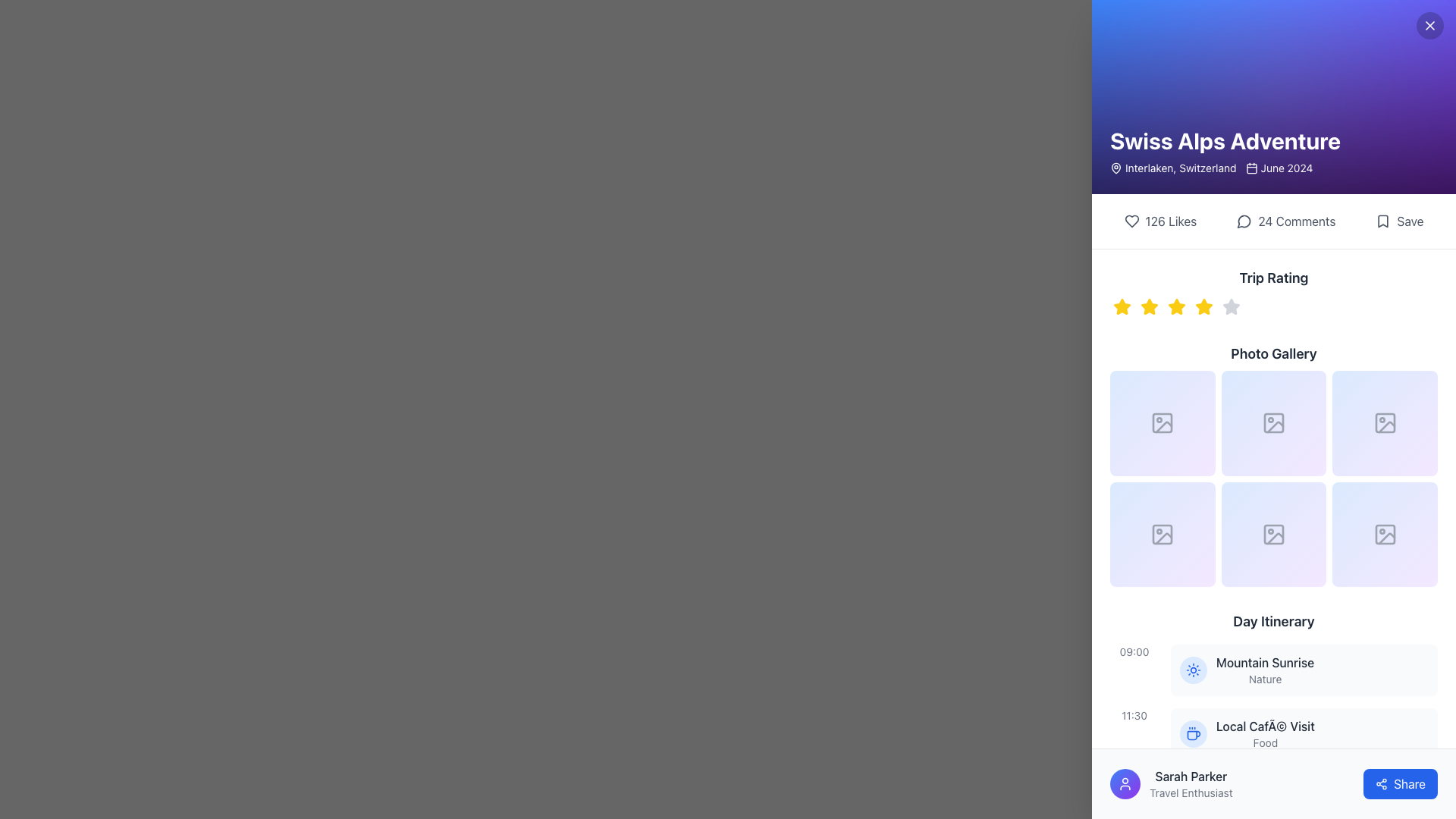 This screenshot has height=819, width=1456. What do you see at coordinates (1274, 353) in the screenshot?
I see `the 'Photo Gallery' text label, which is styled in bold, larger font and located below the 'Trip Rating' section, above image placeholders` at bounding box center [1274, 353].